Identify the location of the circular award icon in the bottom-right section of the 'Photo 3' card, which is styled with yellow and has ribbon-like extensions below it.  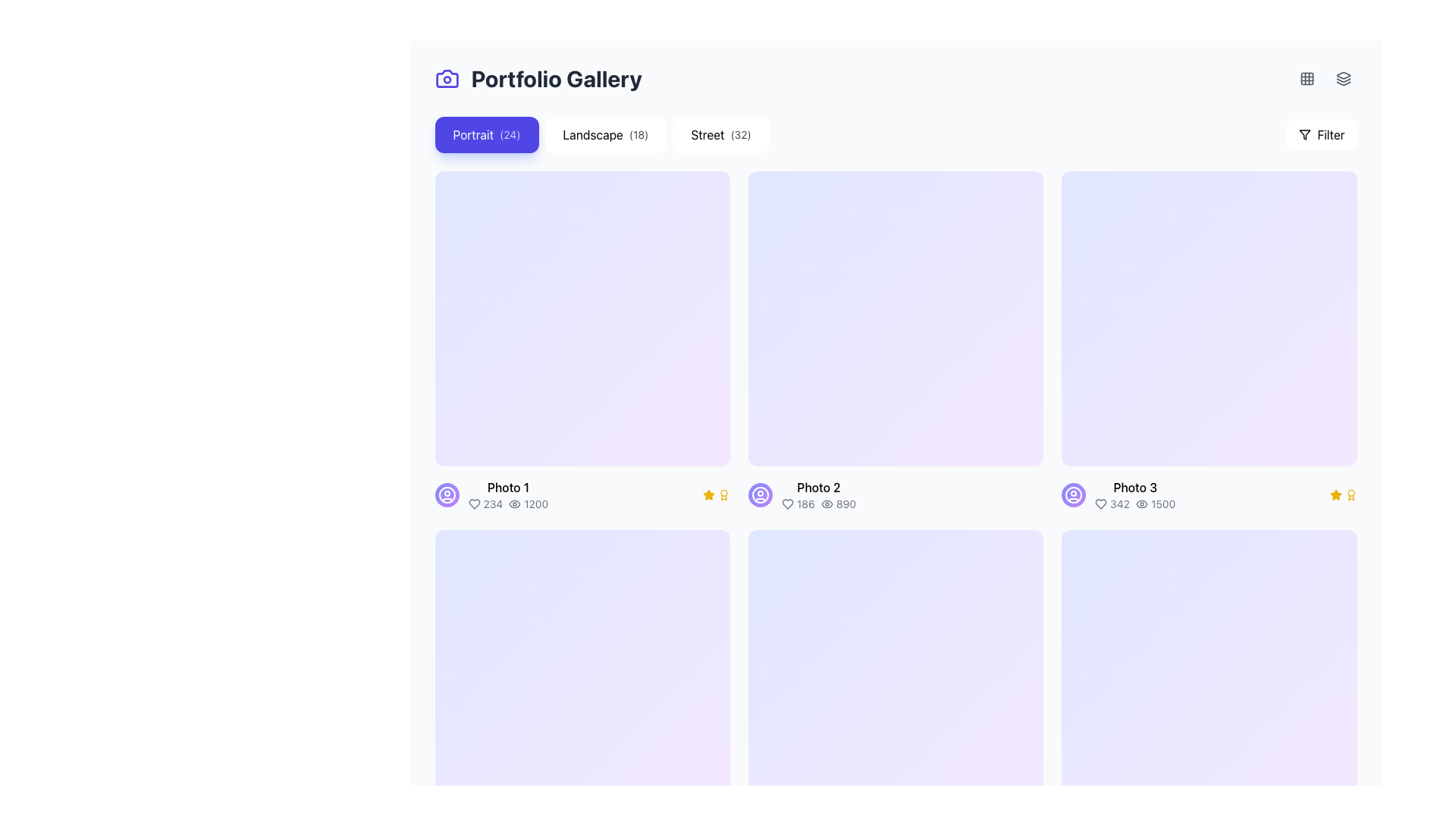
(723, 495).